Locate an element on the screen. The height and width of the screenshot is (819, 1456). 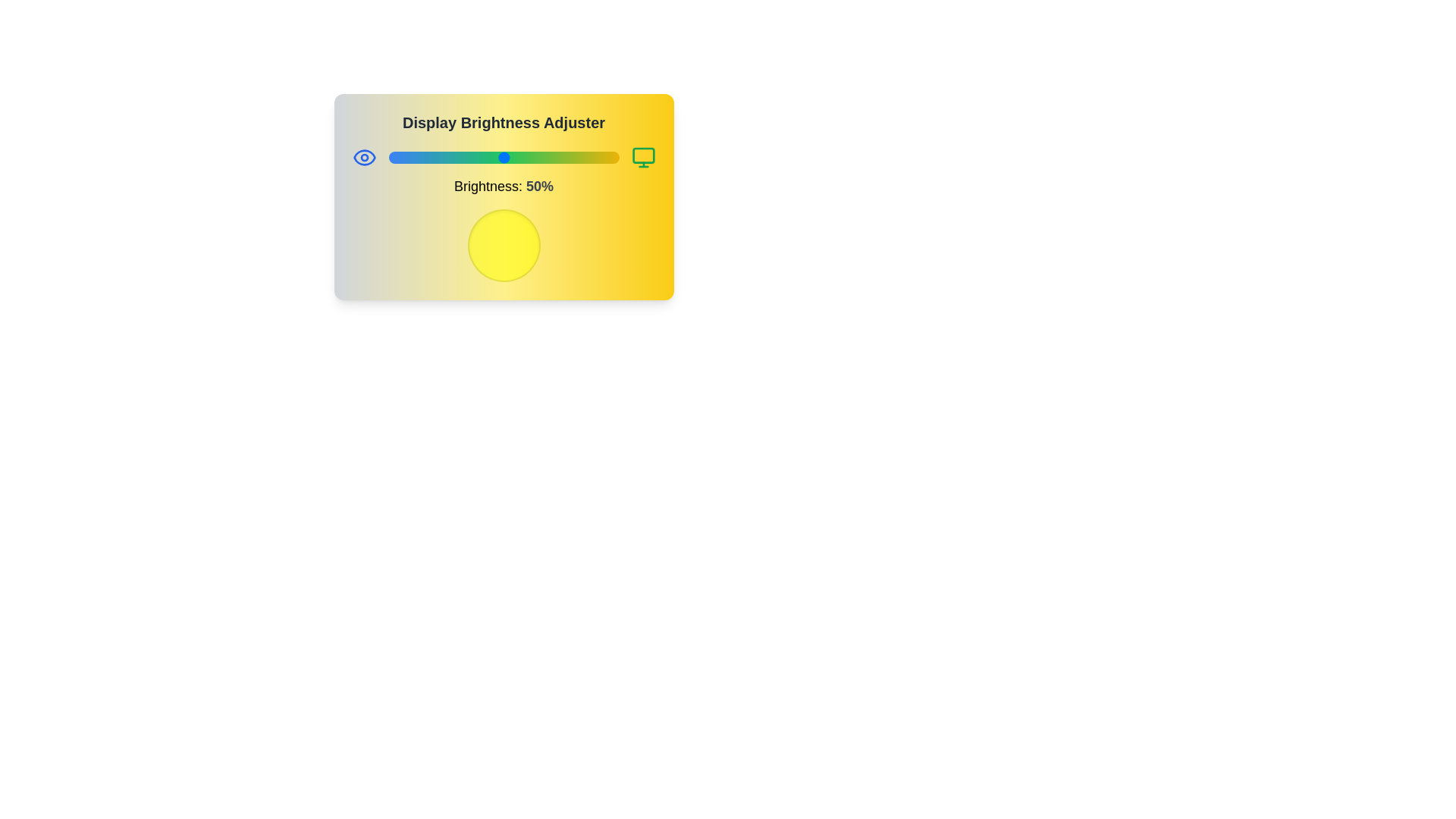
the brightness to 97% is located at coordinates (612, 158).